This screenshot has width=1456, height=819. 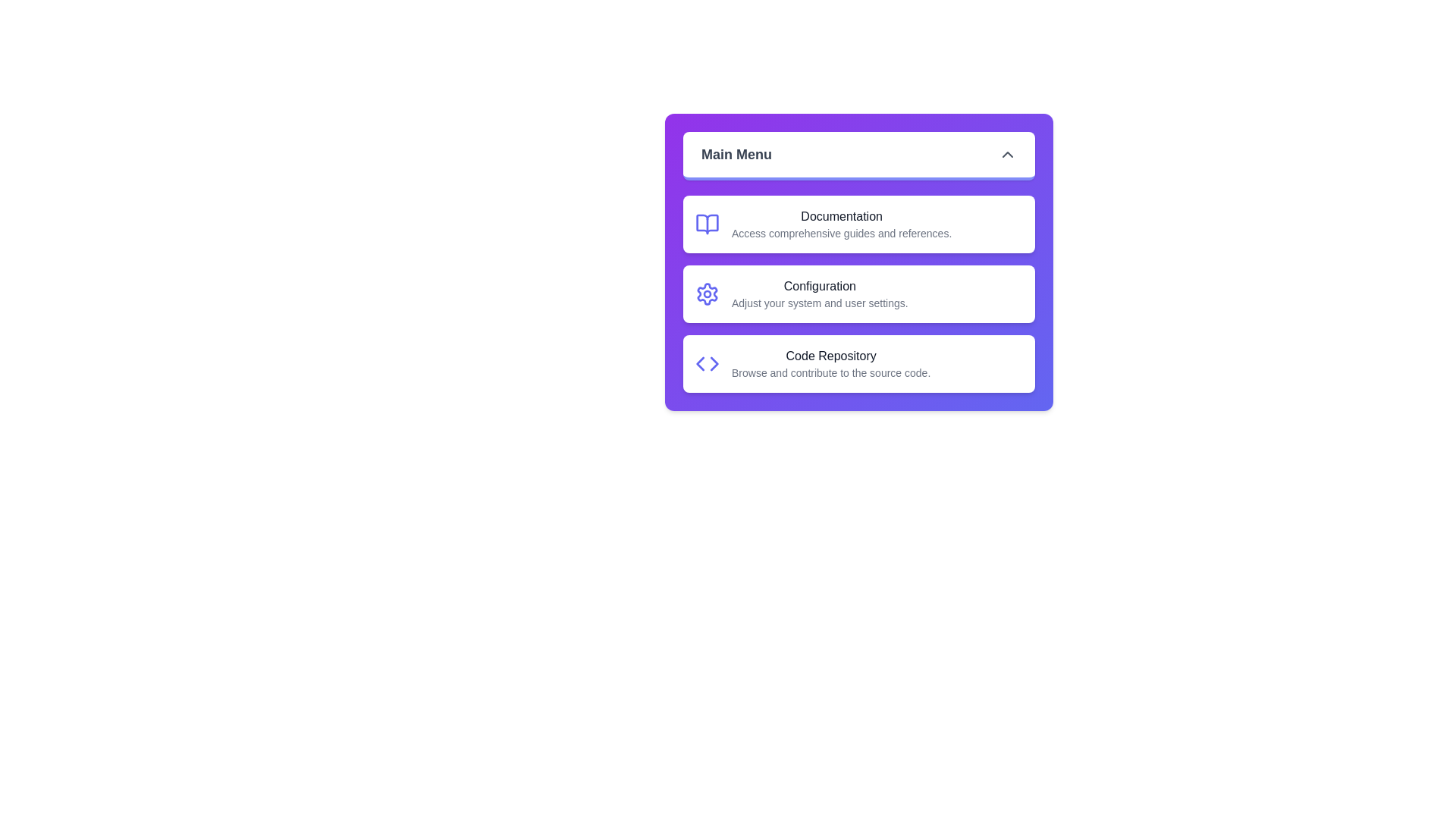 What do you see at coordinates (706, 224) in the screenshot?
I see `the Documentation icon to interact with it` at bounding box center [706, 224].